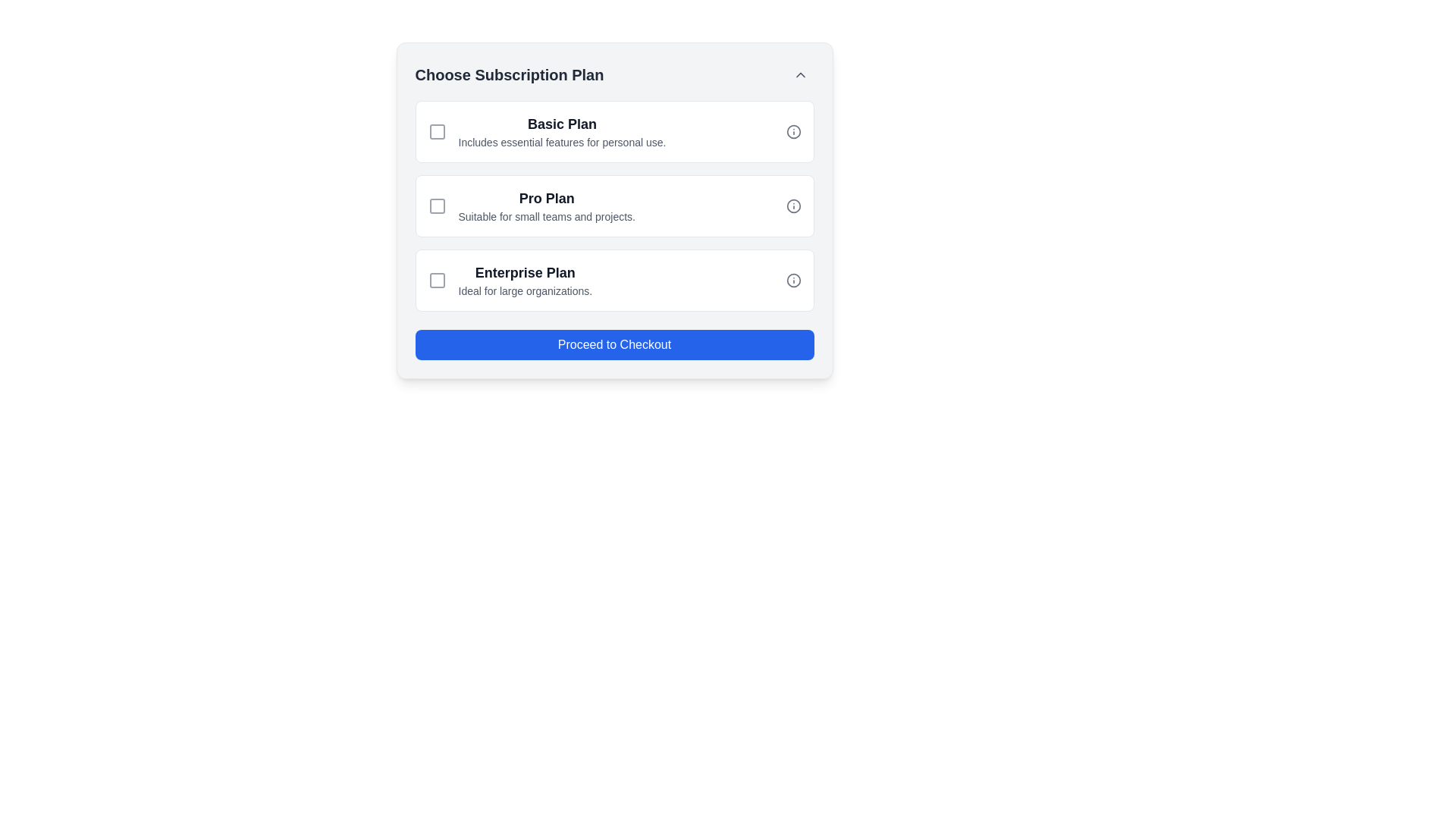 The image size is (1456, 819). I want to click on text label that displays 'Includes essential features for personal use.' located below the 'Basic Plan' header in the subscription plan selection cards, so click(561, 143).